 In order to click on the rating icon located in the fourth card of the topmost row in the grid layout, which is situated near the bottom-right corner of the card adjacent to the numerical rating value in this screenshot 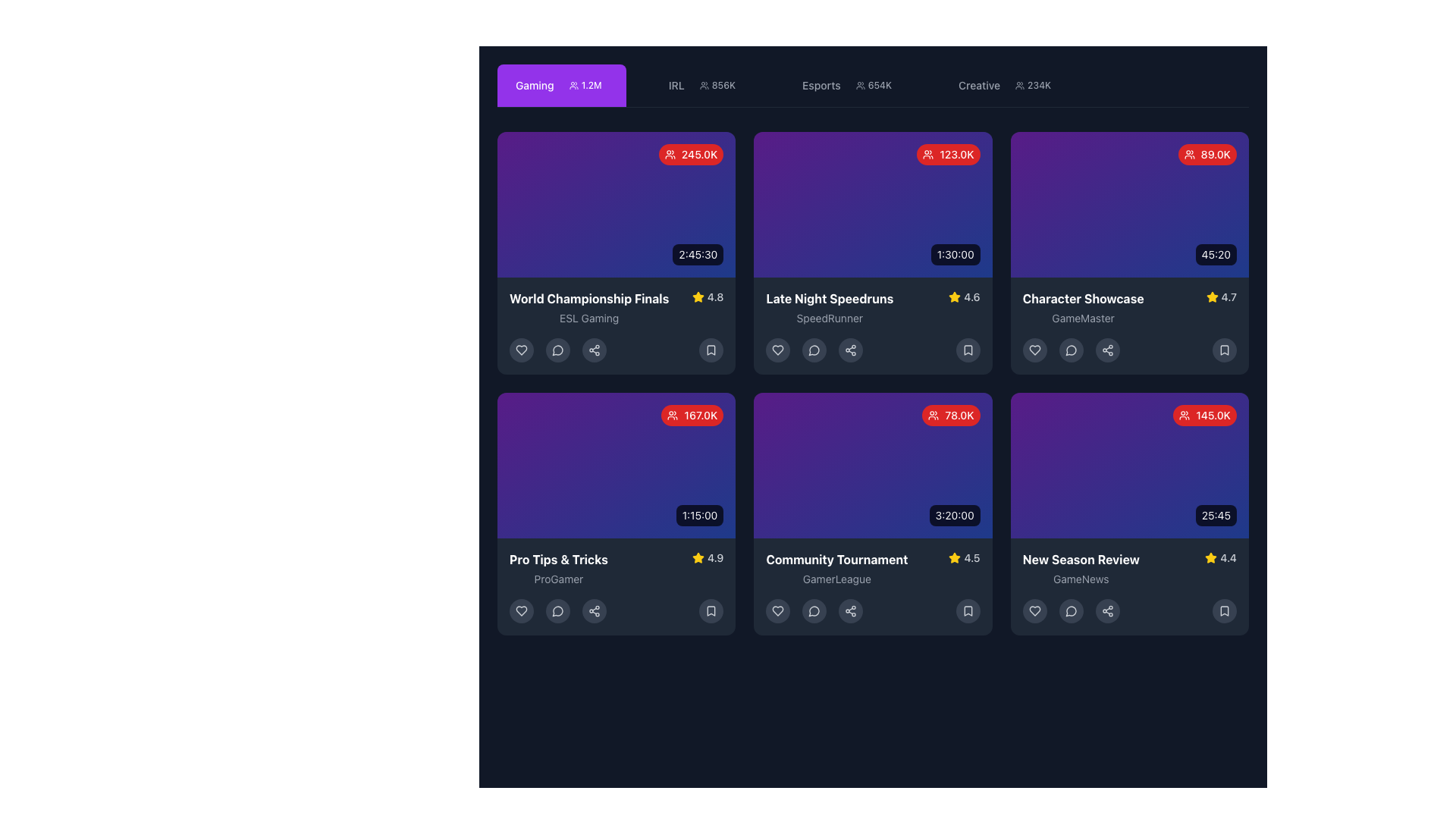, I will do `click(697, 297)`.